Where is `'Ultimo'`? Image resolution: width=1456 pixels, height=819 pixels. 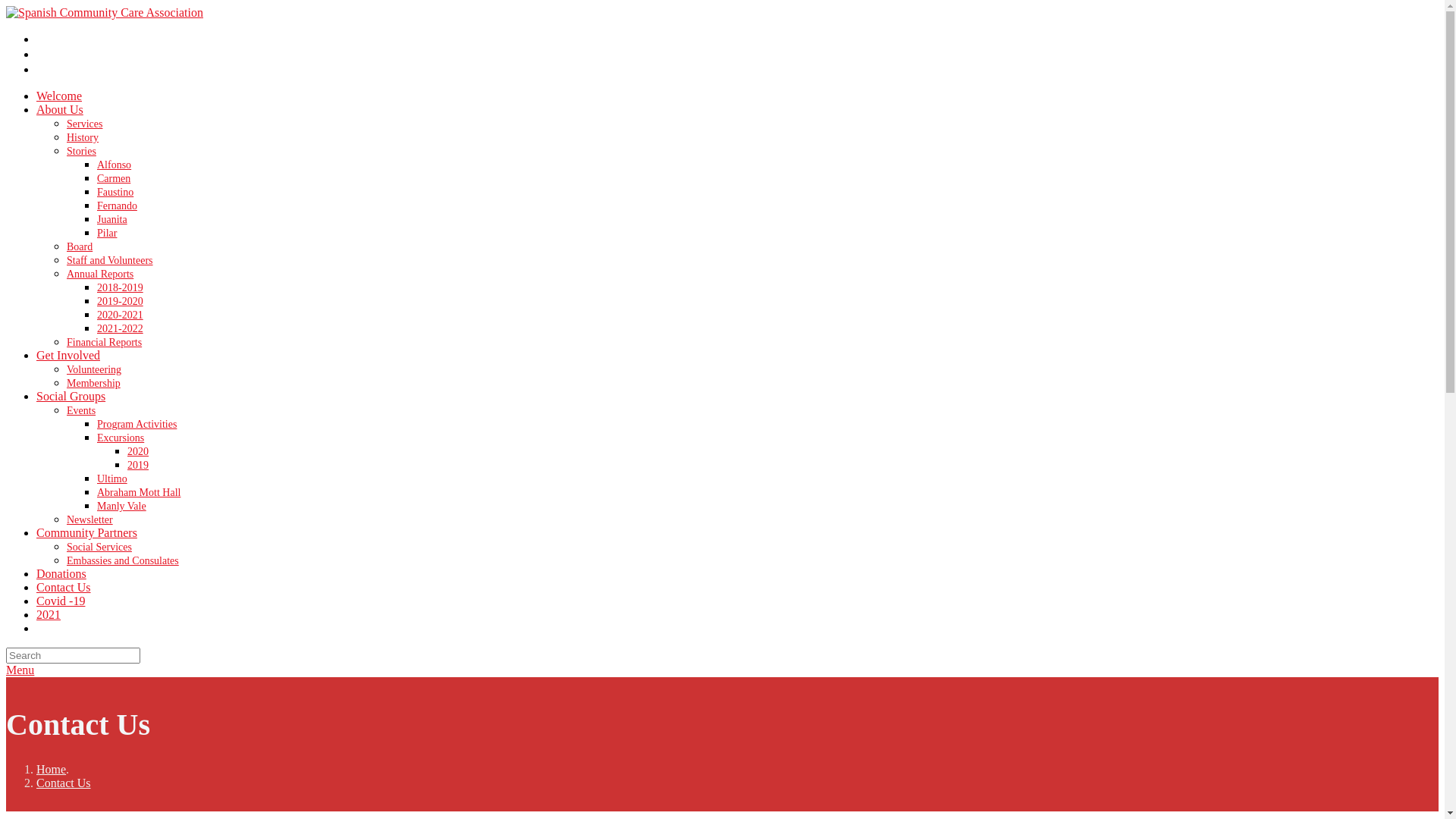 'Ultimo' is located at coordinates (111, 479).